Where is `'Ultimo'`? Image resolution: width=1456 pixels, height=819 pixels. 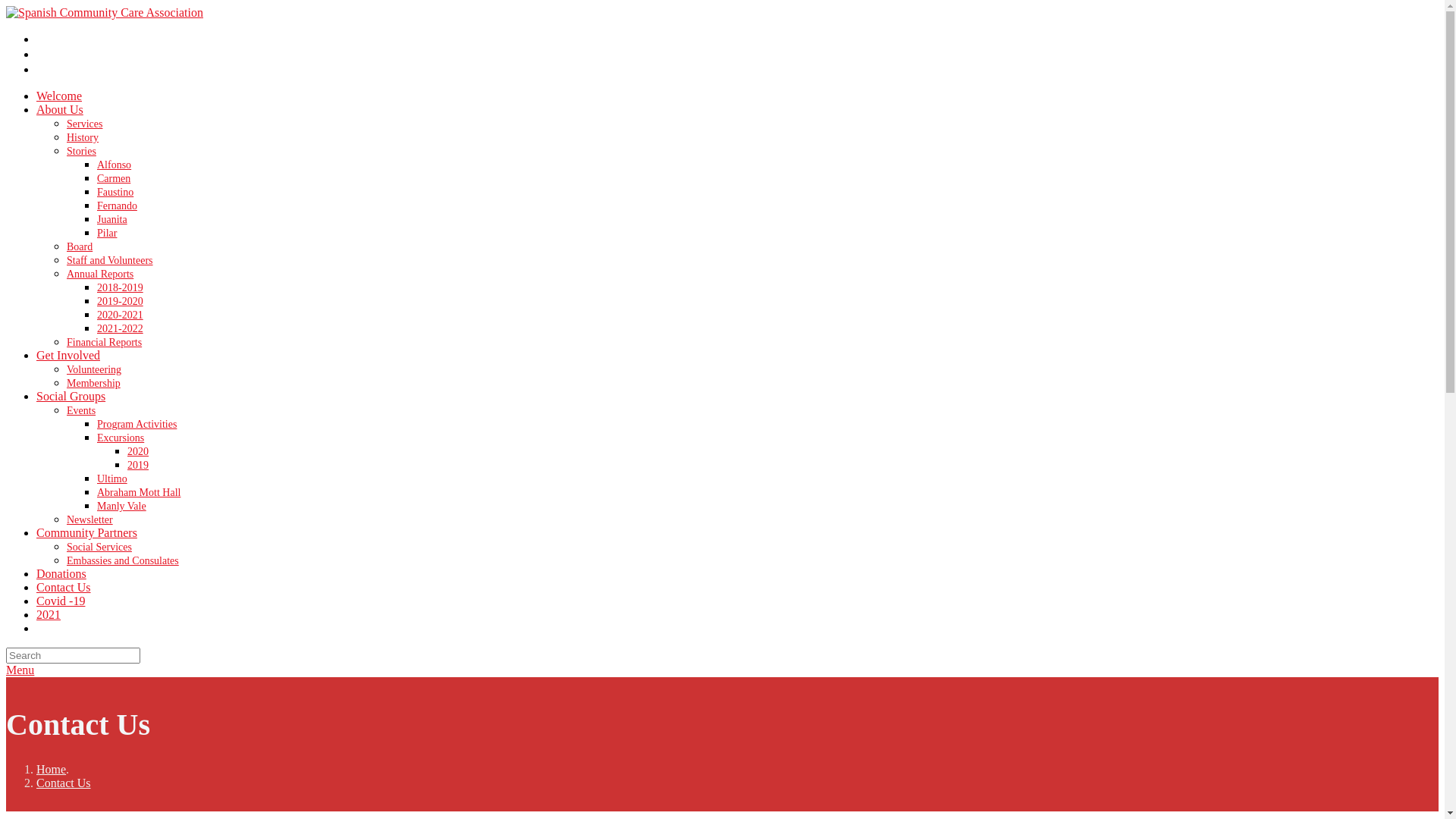 'Ultimo' is located at coordinates (111, 479).